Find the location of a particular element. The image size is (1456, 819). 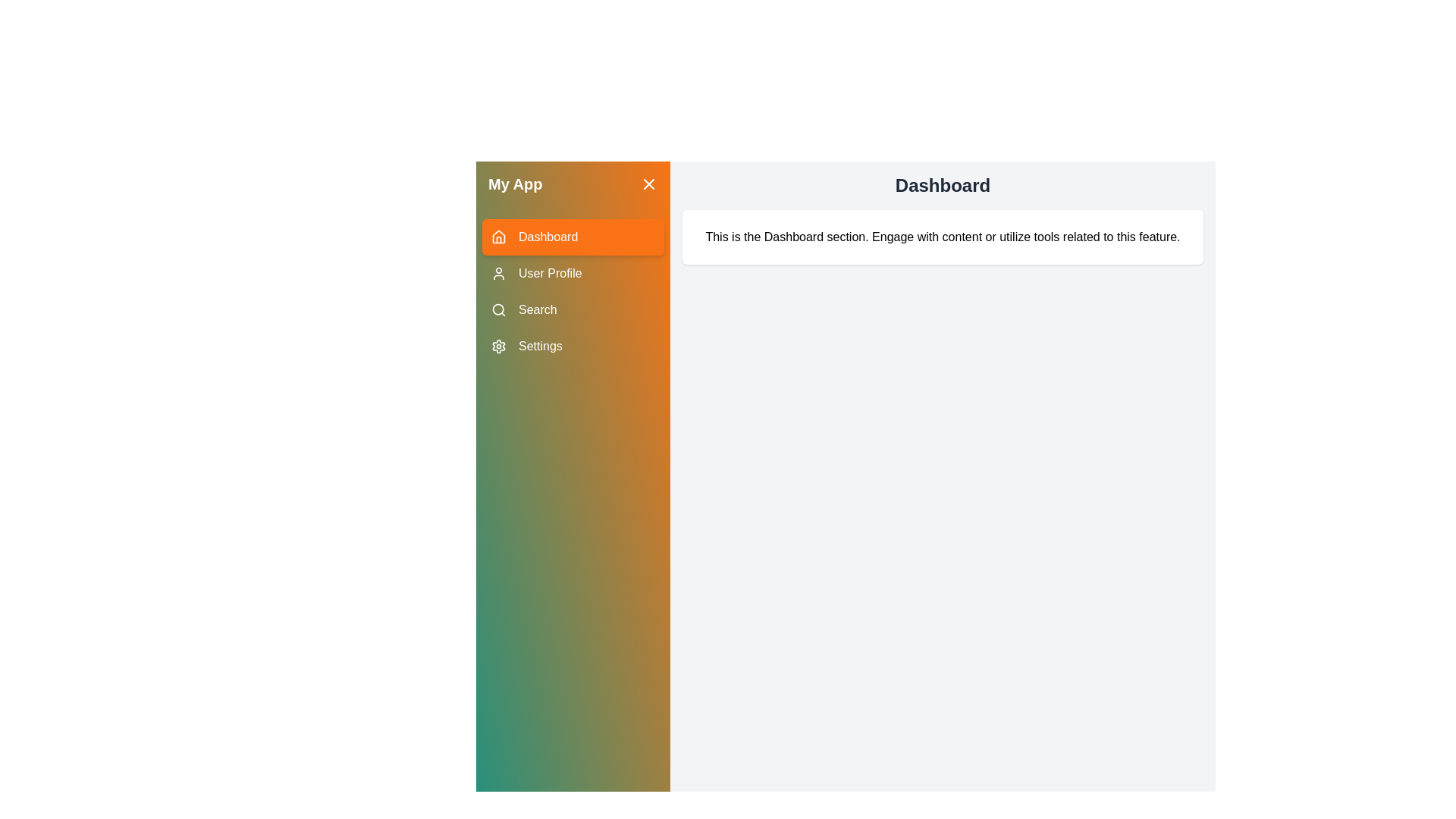

the 'X' button to close the side drawer is located at coordinates (648, 184).